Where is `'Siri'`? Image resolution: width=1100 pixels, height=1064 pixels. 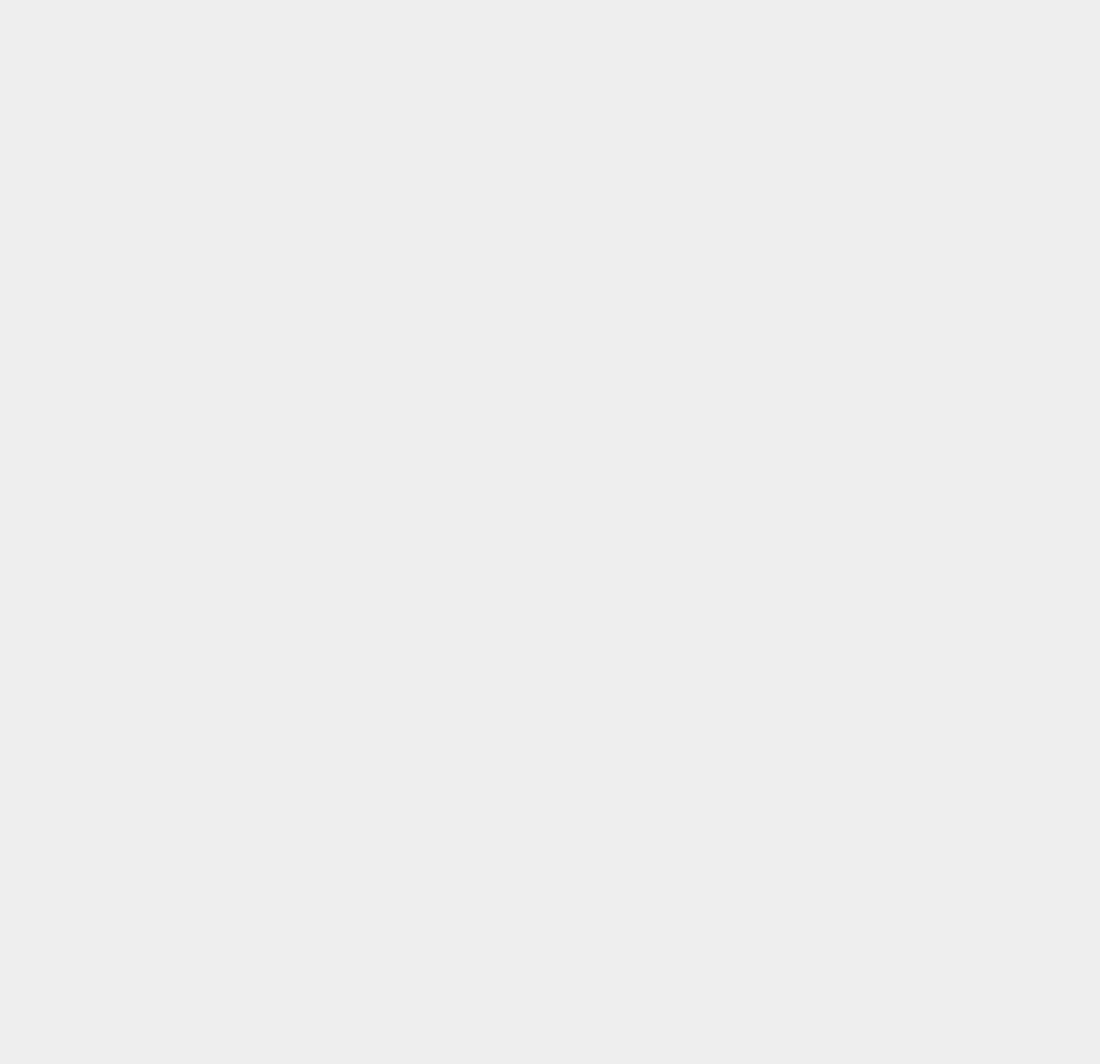 'Siri' is located at coordinates (778, 19).